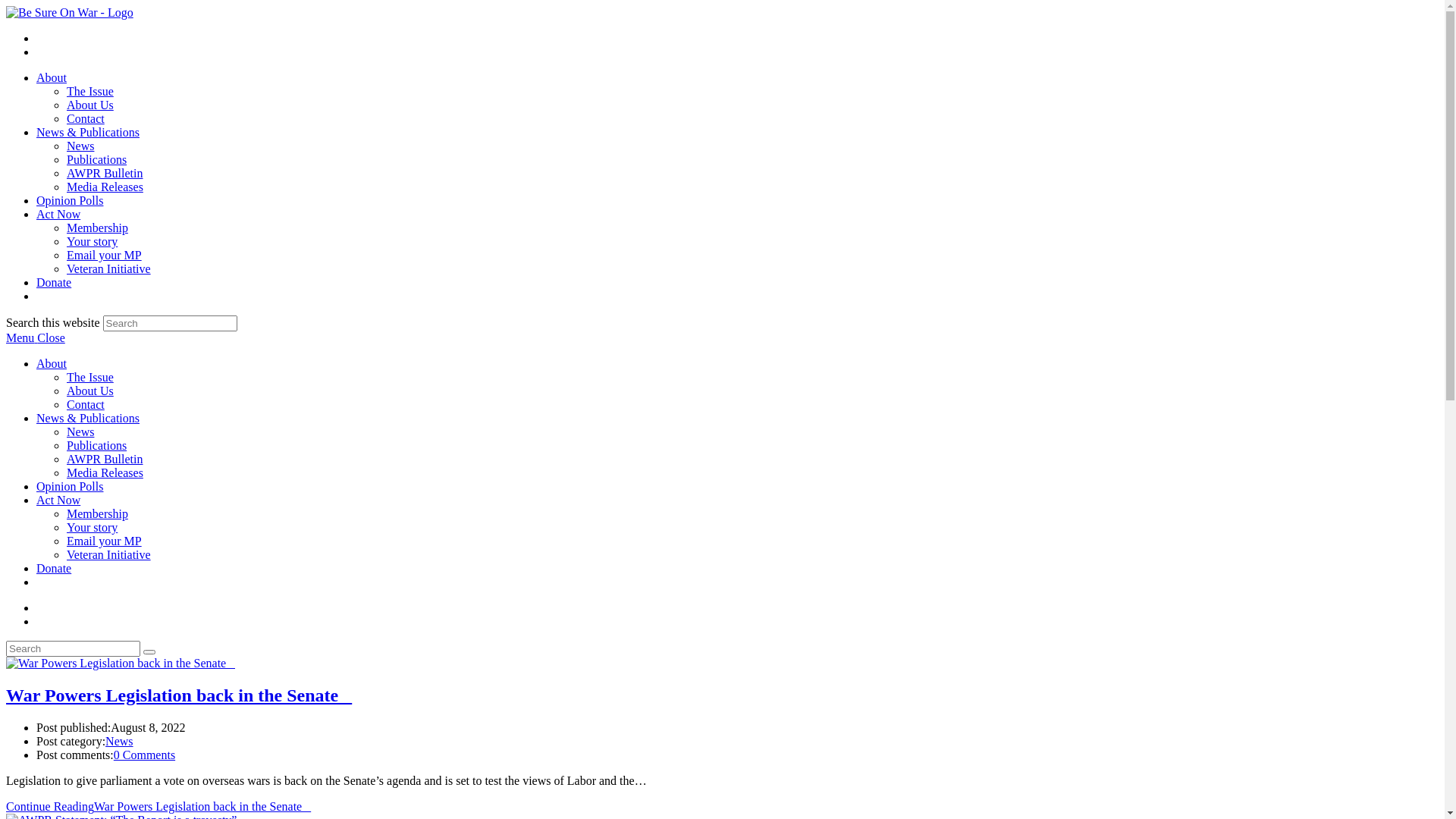 Image resolution: width=1456 pixels, height=819 pixels. Describe the element at coordinates (91, 526) in the screenshot. I see `'Your story'` at that location.